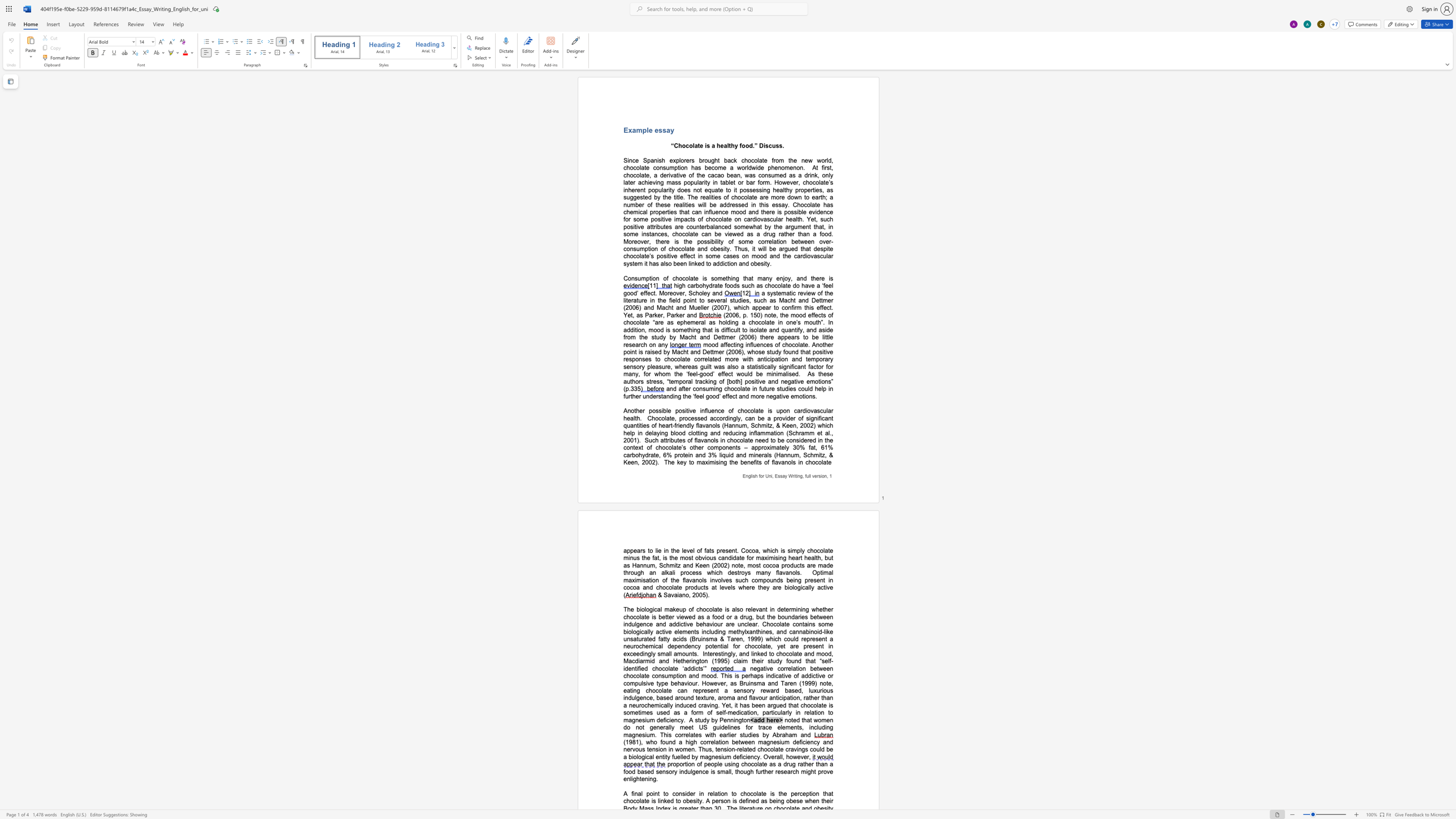 The width and height of the screenshot is (1456, 819). I want to click on the space between the continuous character "h" and "o" in the text, so click(681, 146).